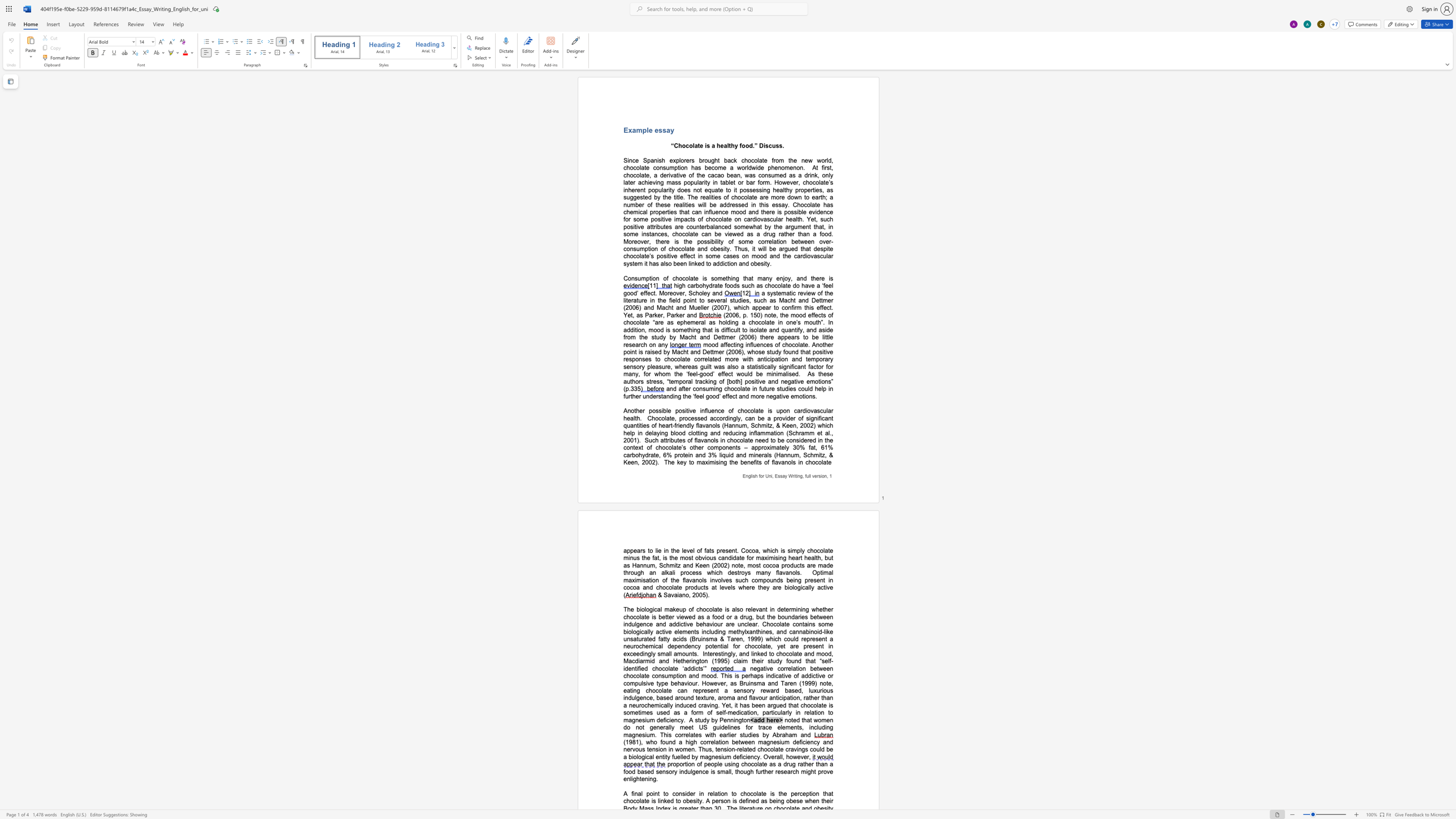 The width and height of the screenshot is (1456, 819). I want to click on the space between the continuous character "h" and "o" in the text, so click(681, 146).